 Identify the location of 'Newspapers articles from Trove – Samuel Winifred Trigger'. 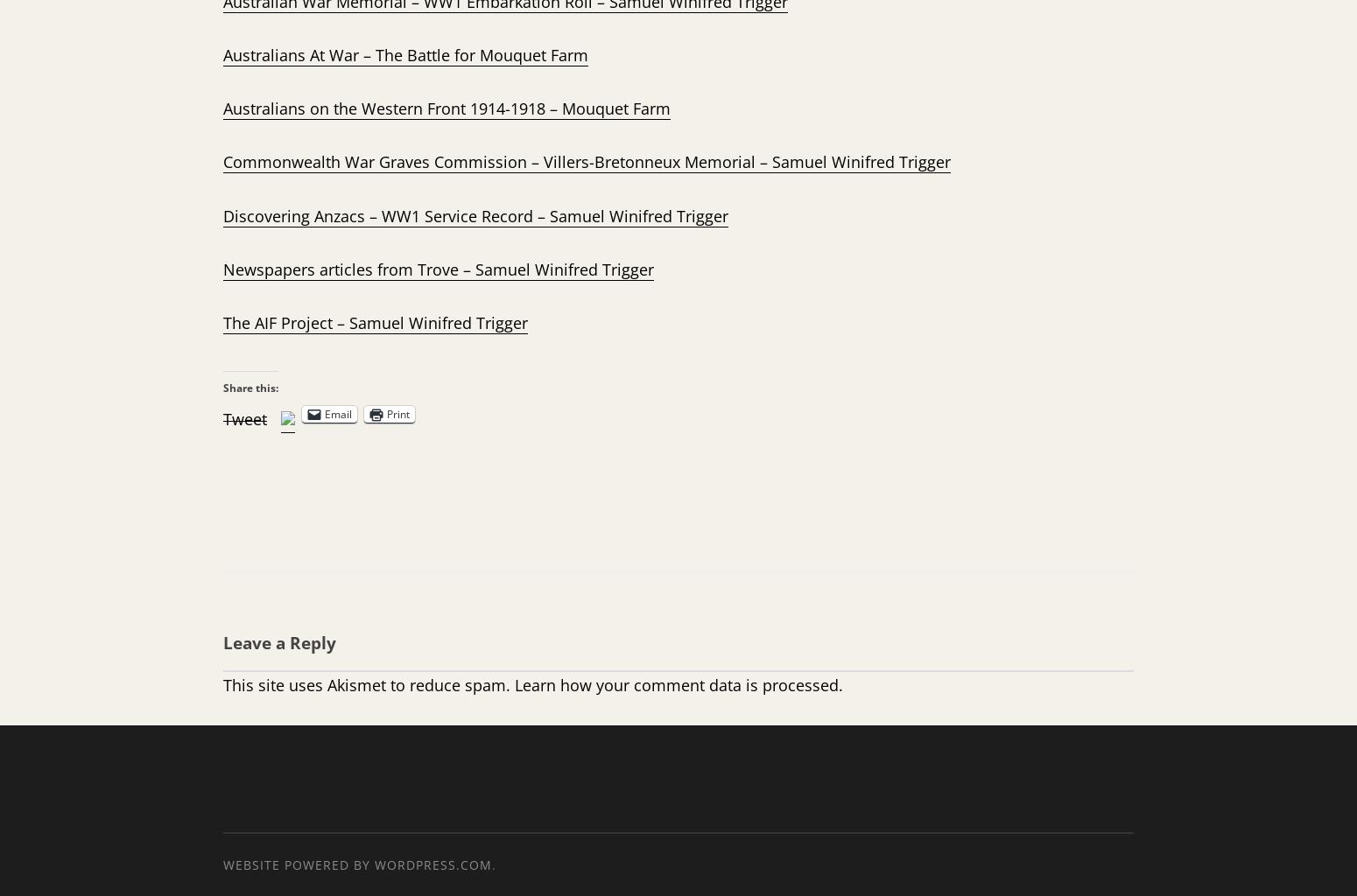
(437, 267).